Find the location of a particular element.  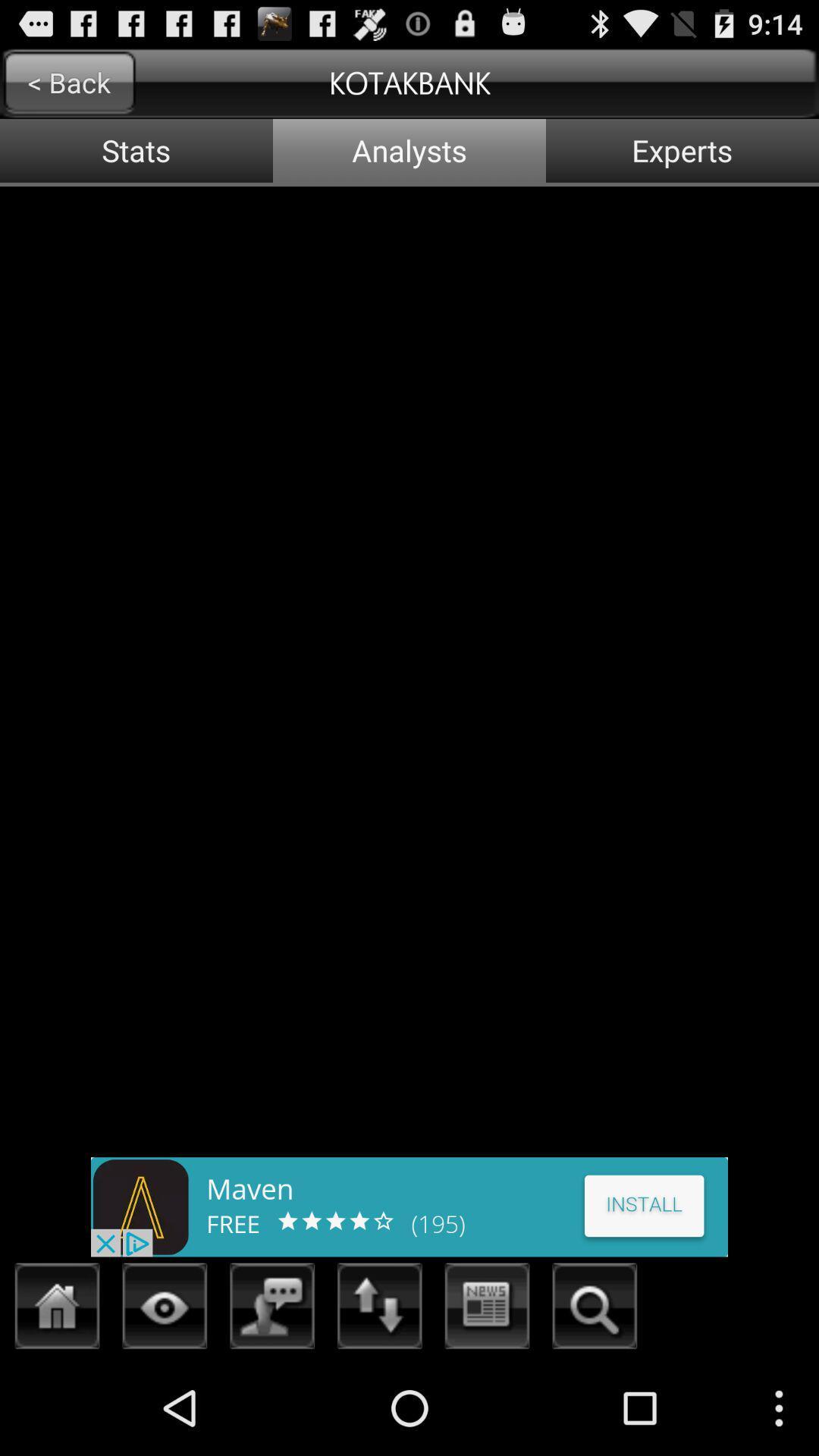

the news symbol is located at coordinates (488, 1310).